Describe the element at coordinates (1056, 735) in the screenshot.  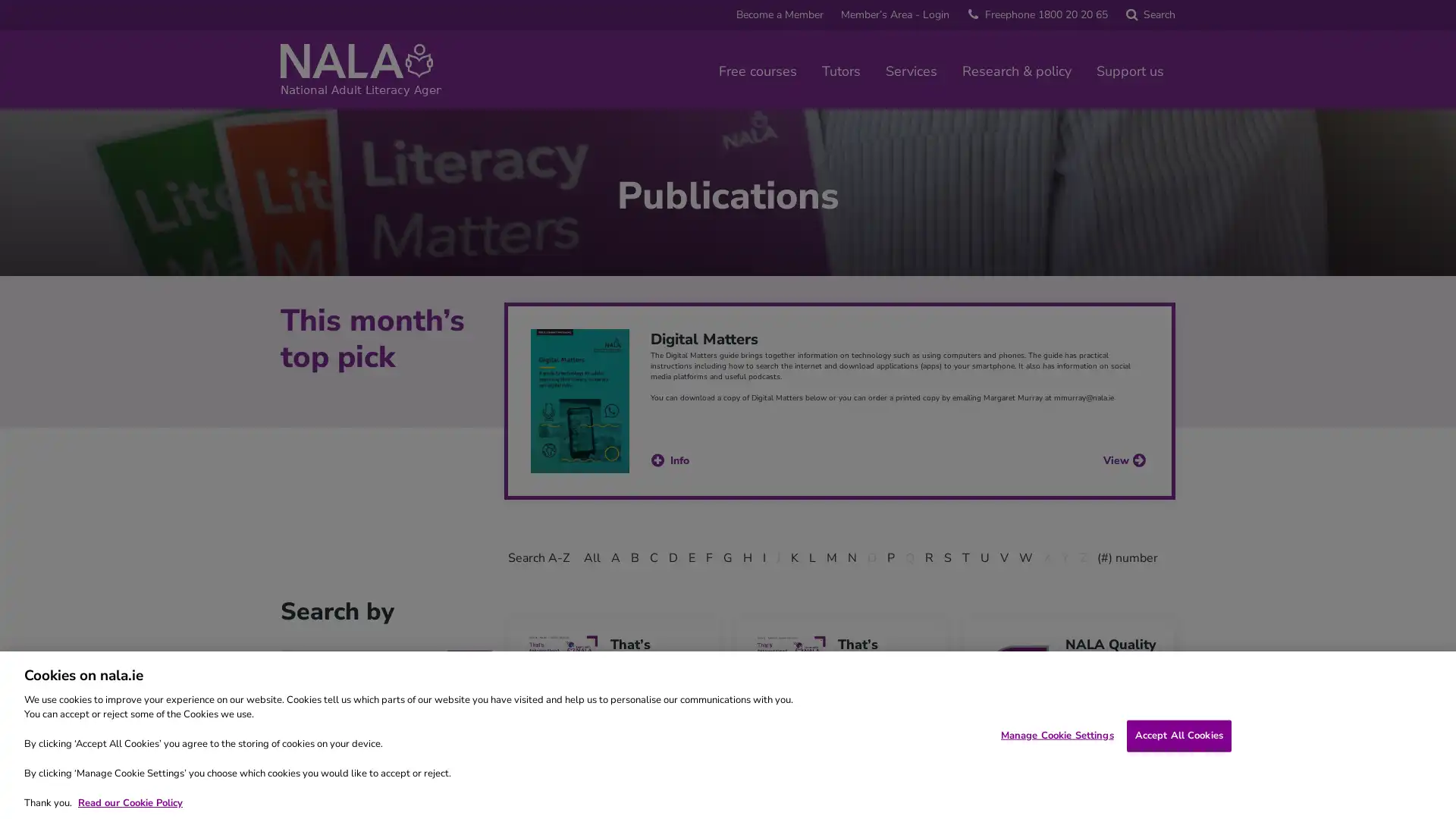
I see `Manage Cookie Settings` at that location.